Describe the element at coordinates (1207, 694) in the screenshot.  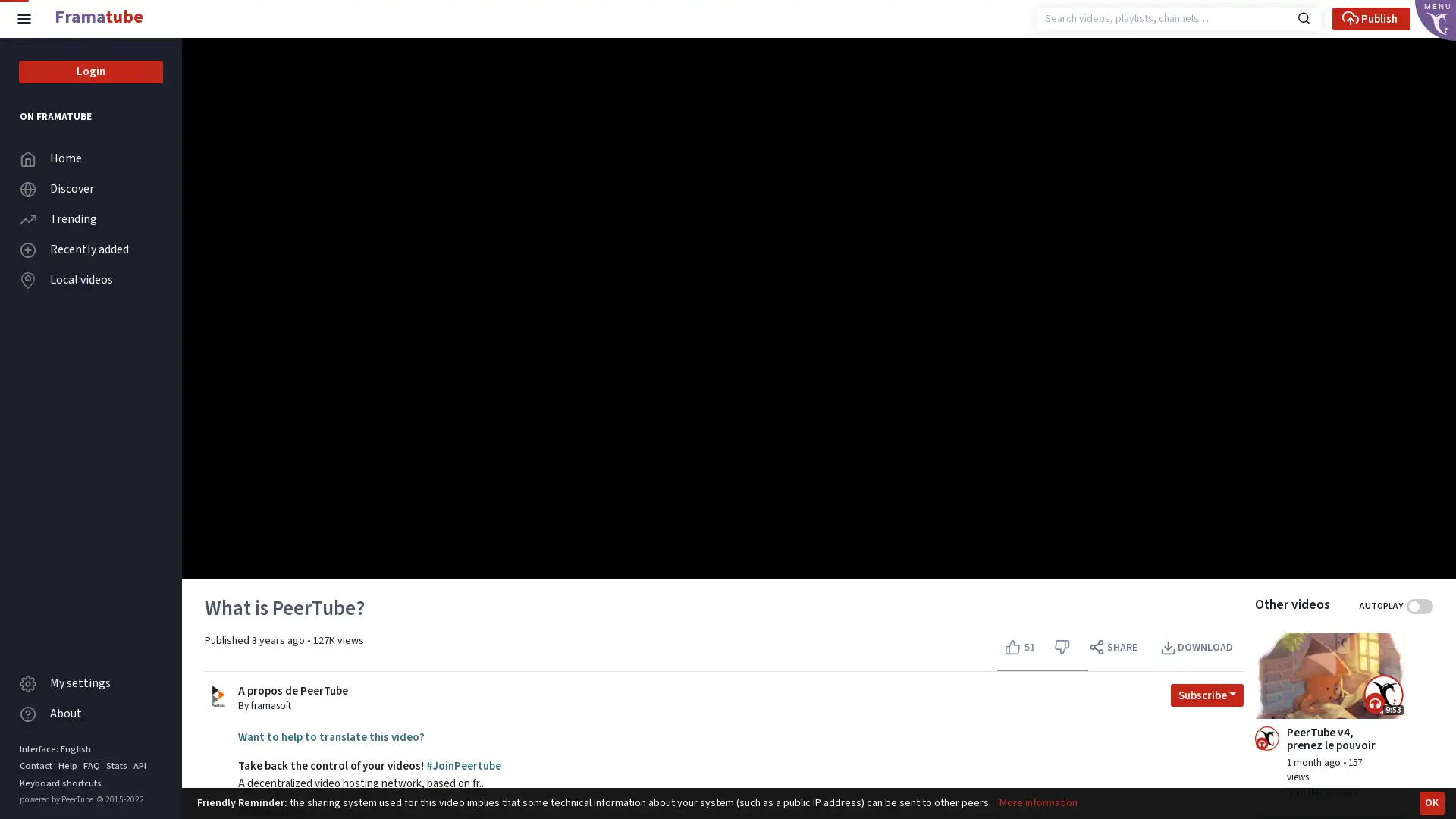
I see `Open subscription dropdown` at that location.